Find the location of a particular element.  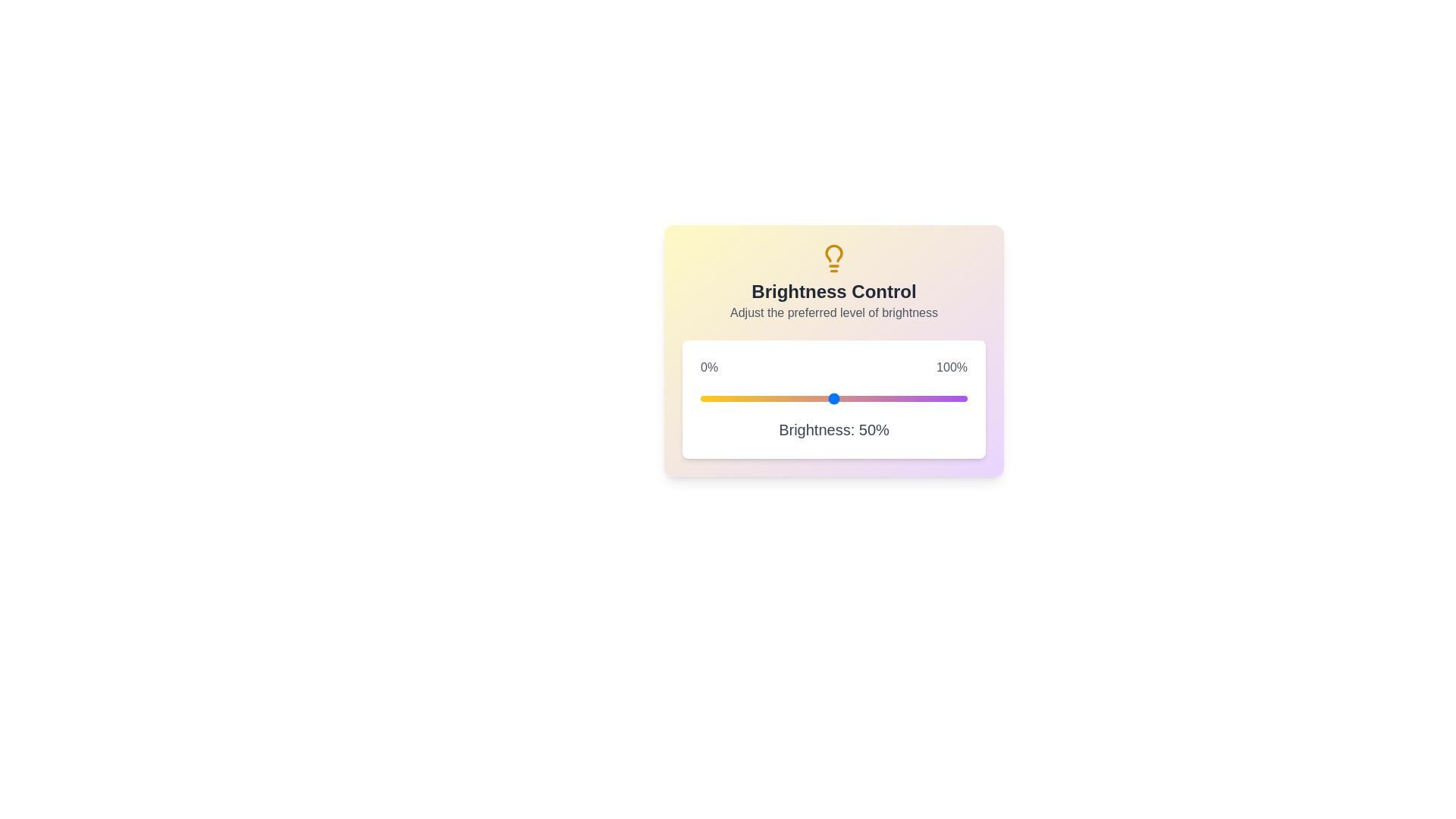

the brightness to 14% by moving the slider is located at coordinates (738, 397).